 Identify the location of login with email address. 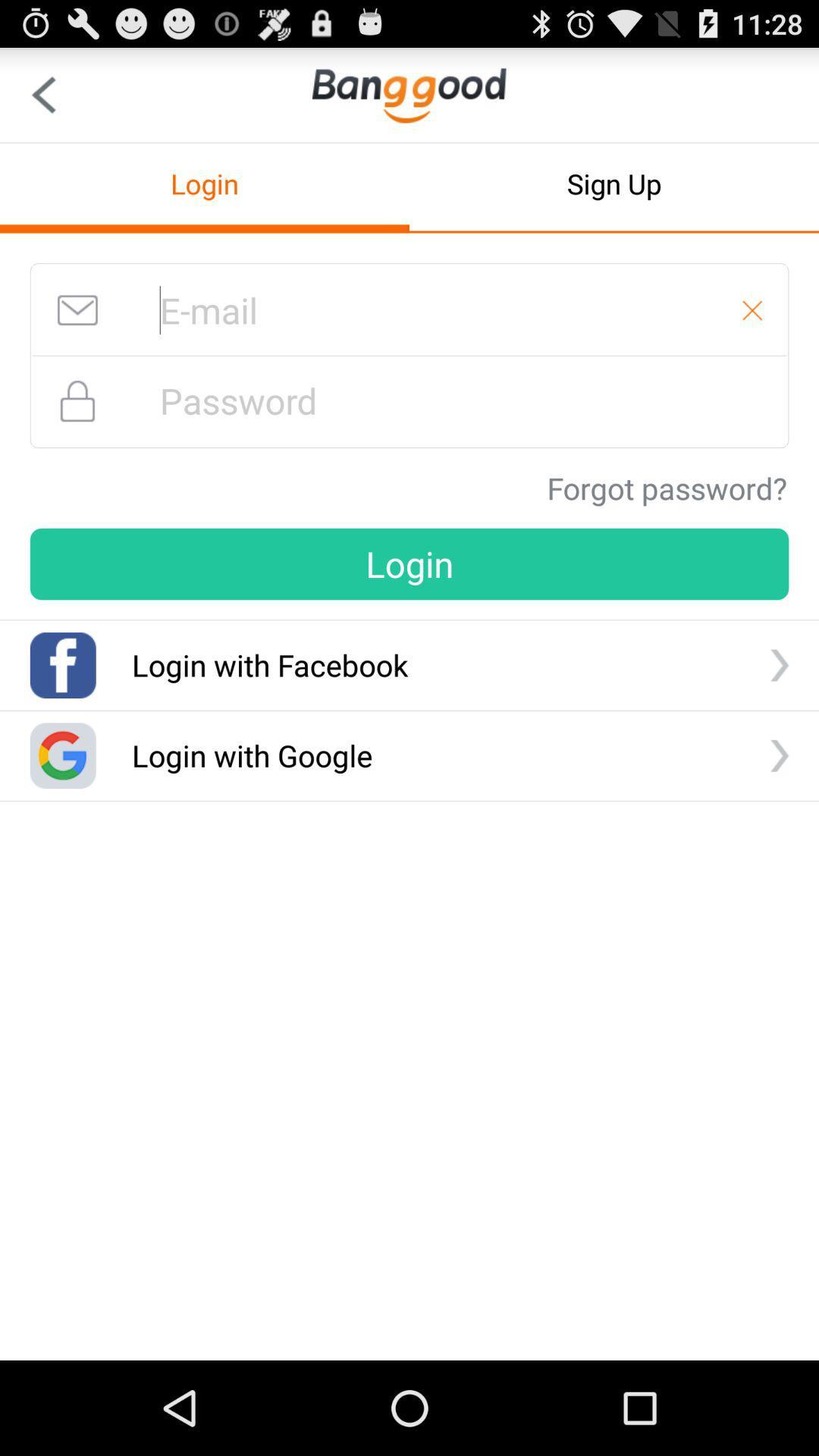
(409, 309).